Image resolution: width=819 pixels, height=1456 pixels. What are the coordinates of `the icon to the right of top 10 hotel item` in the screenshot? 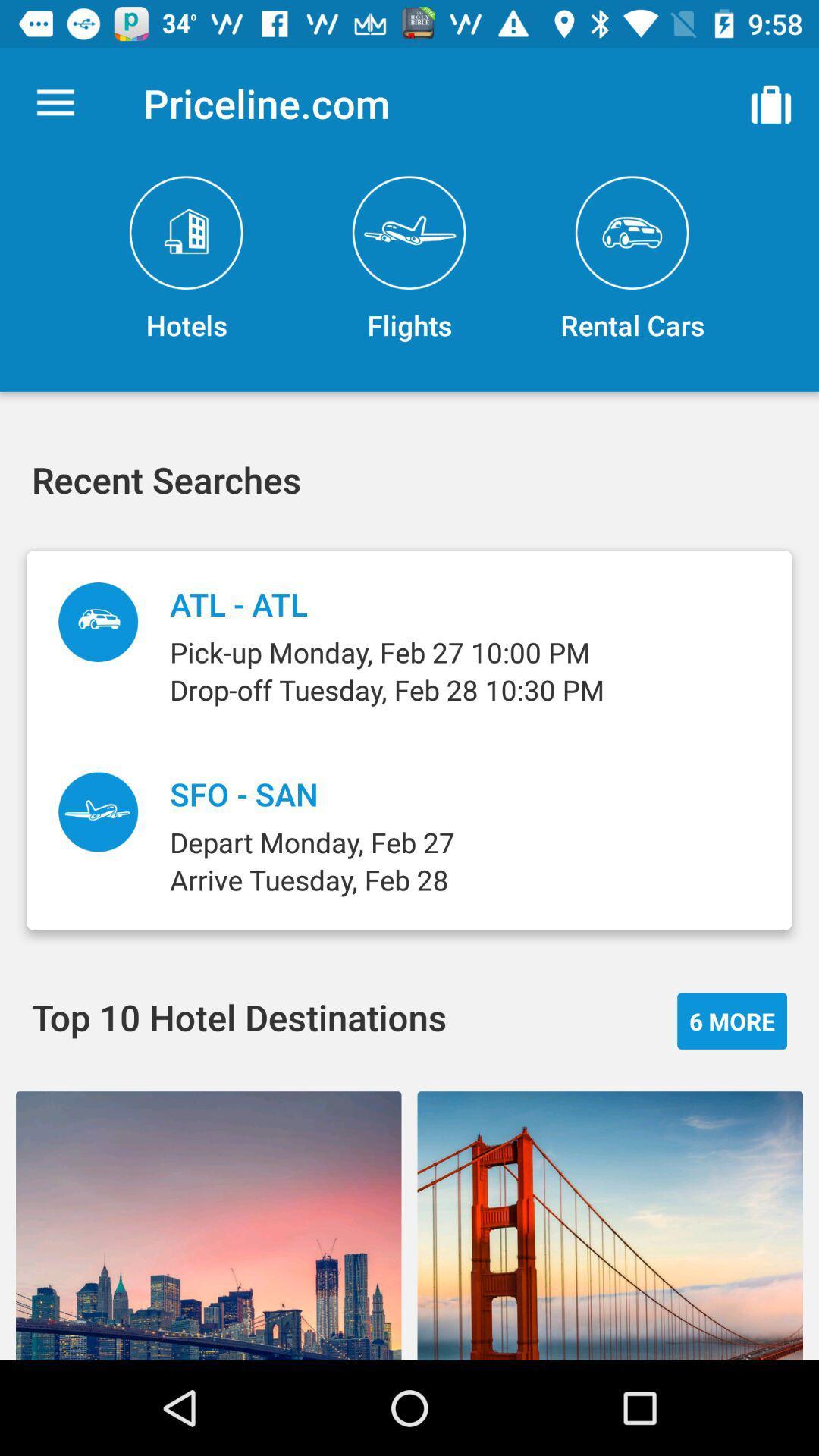 It's located at (731, 1021).